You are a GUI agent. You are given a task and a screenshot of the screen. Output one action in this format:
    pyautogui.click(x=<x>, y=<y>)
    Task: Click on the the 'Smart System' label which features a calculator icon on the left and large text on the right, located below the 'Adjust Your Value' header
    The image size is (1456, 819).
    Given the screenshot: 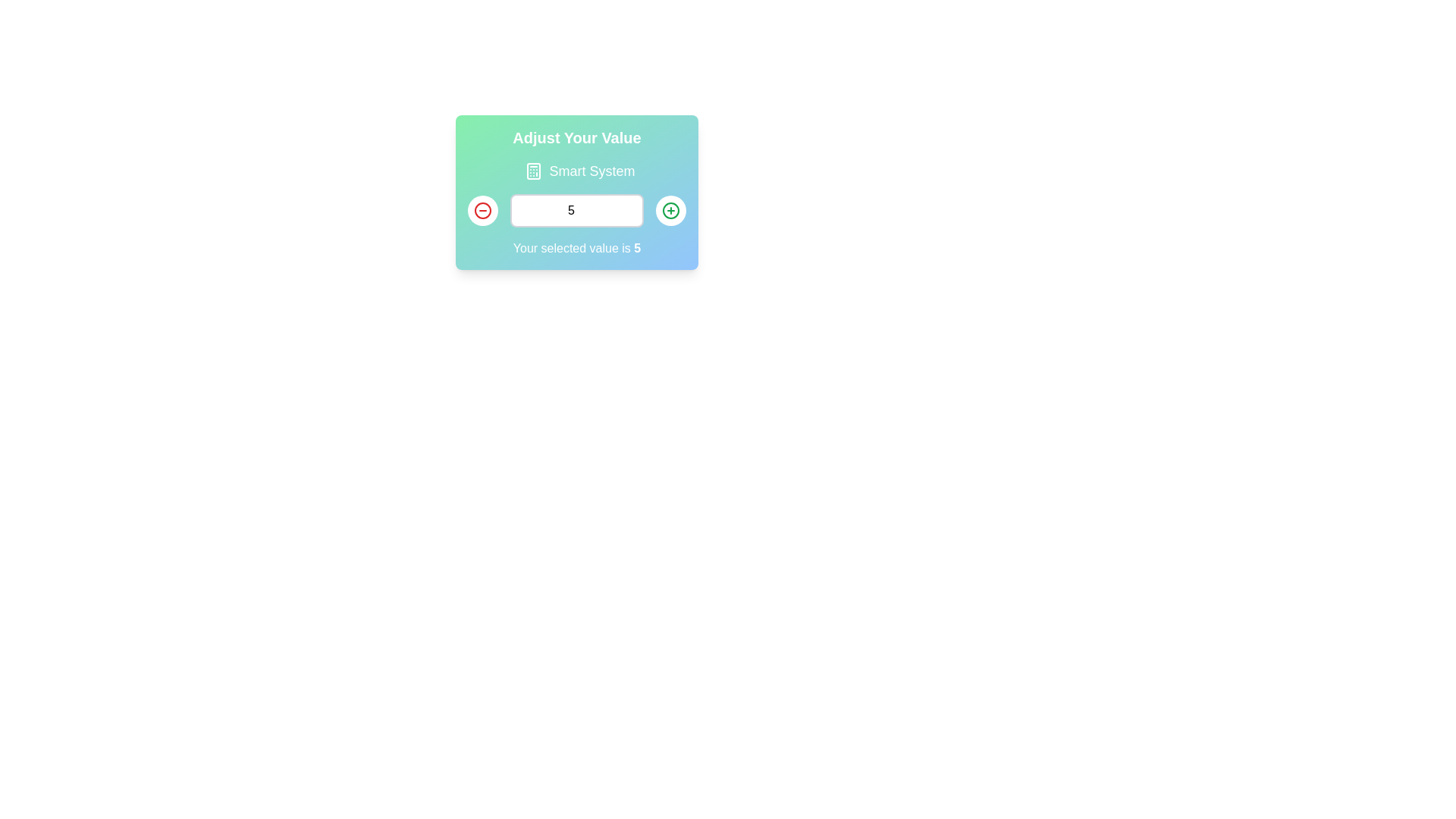 What is the action you would take?
    pyautogui.click(x=576, y=171)
    